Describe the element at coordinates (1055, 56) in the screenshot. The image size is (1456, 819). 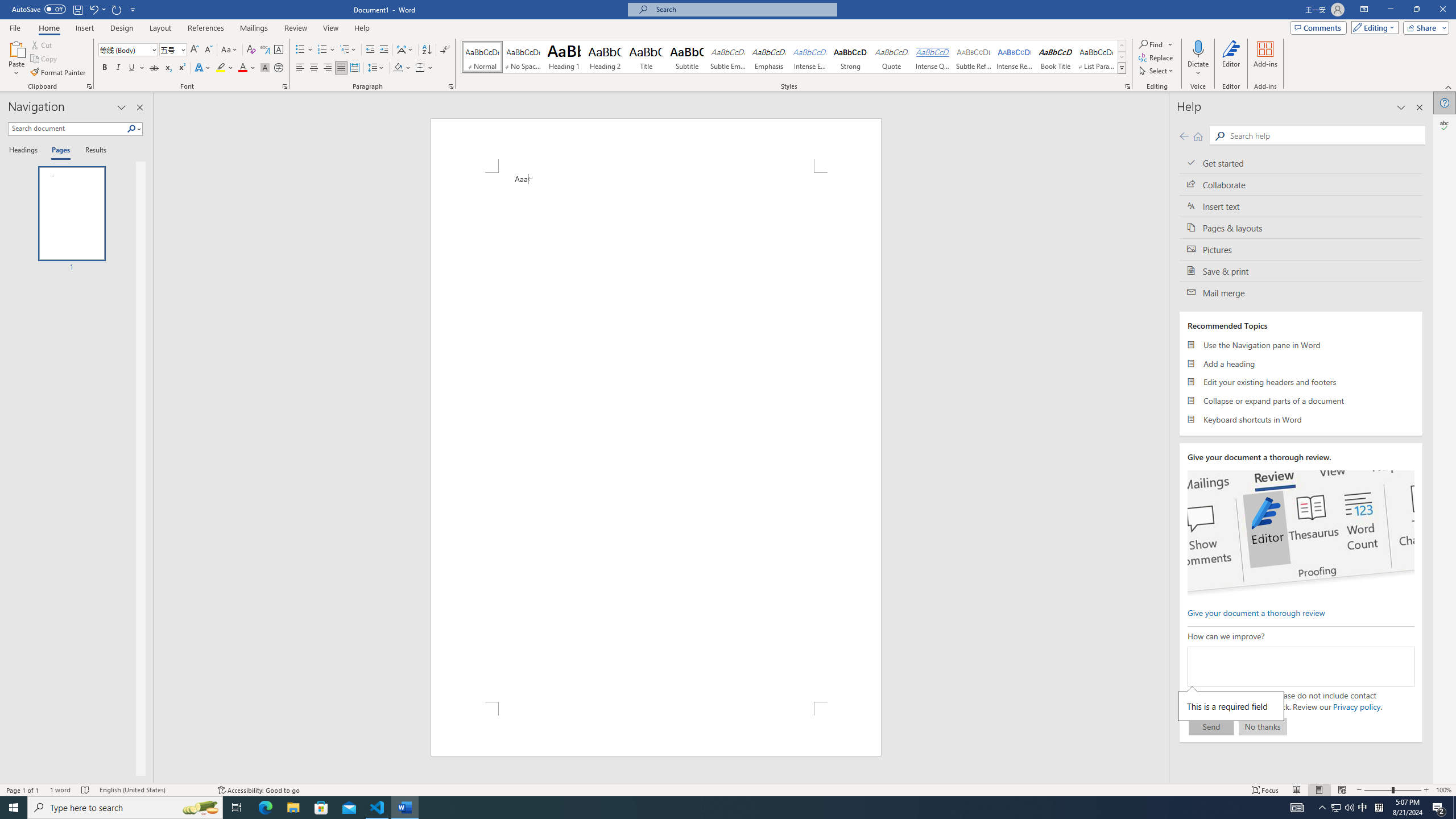
I see `'Book Title'` at that location.